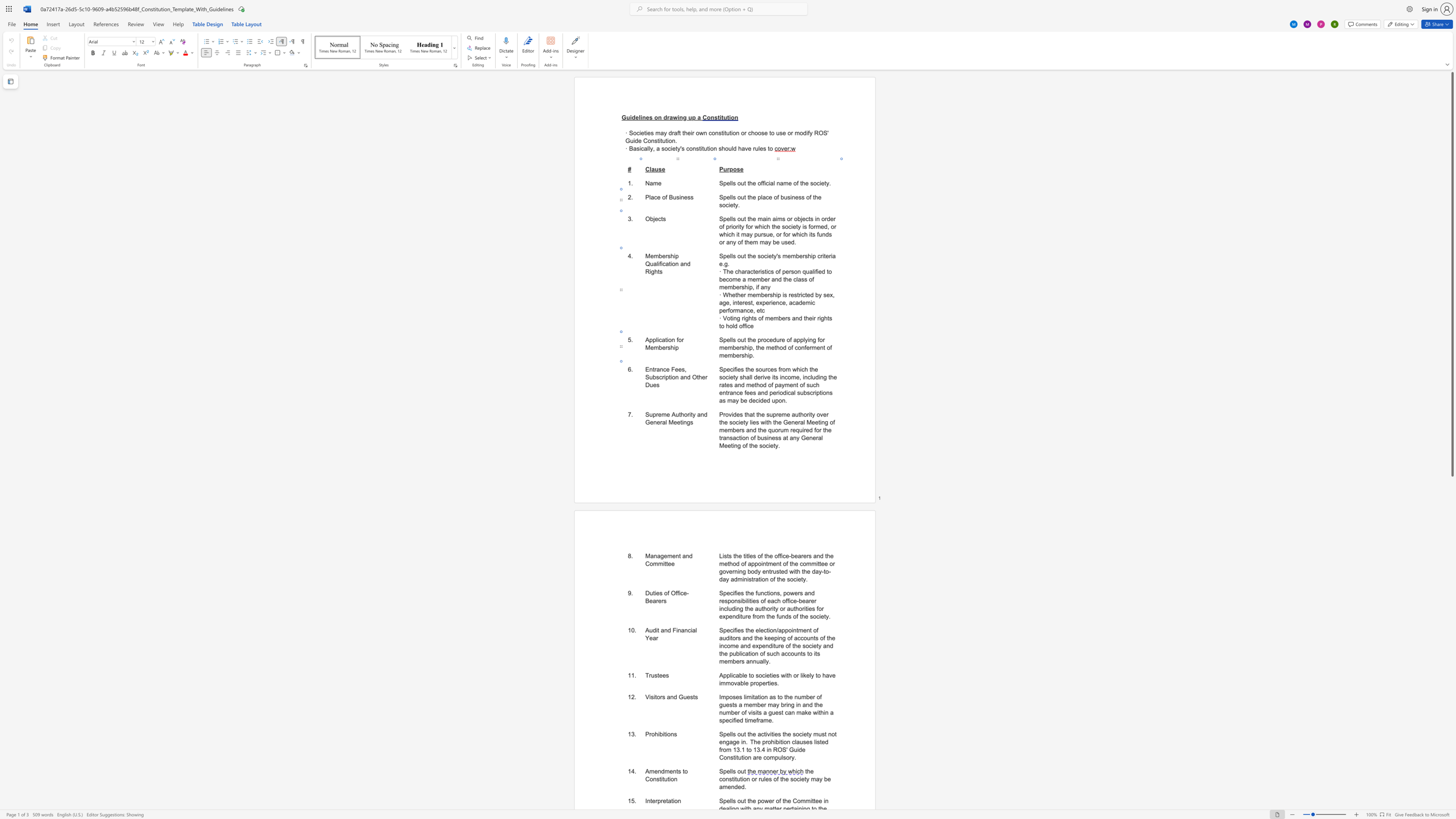  Describe the element at coordinates (652, 600) in the screenshot. I see `the space between the continuous character "e" and "a" in the text` at that location.